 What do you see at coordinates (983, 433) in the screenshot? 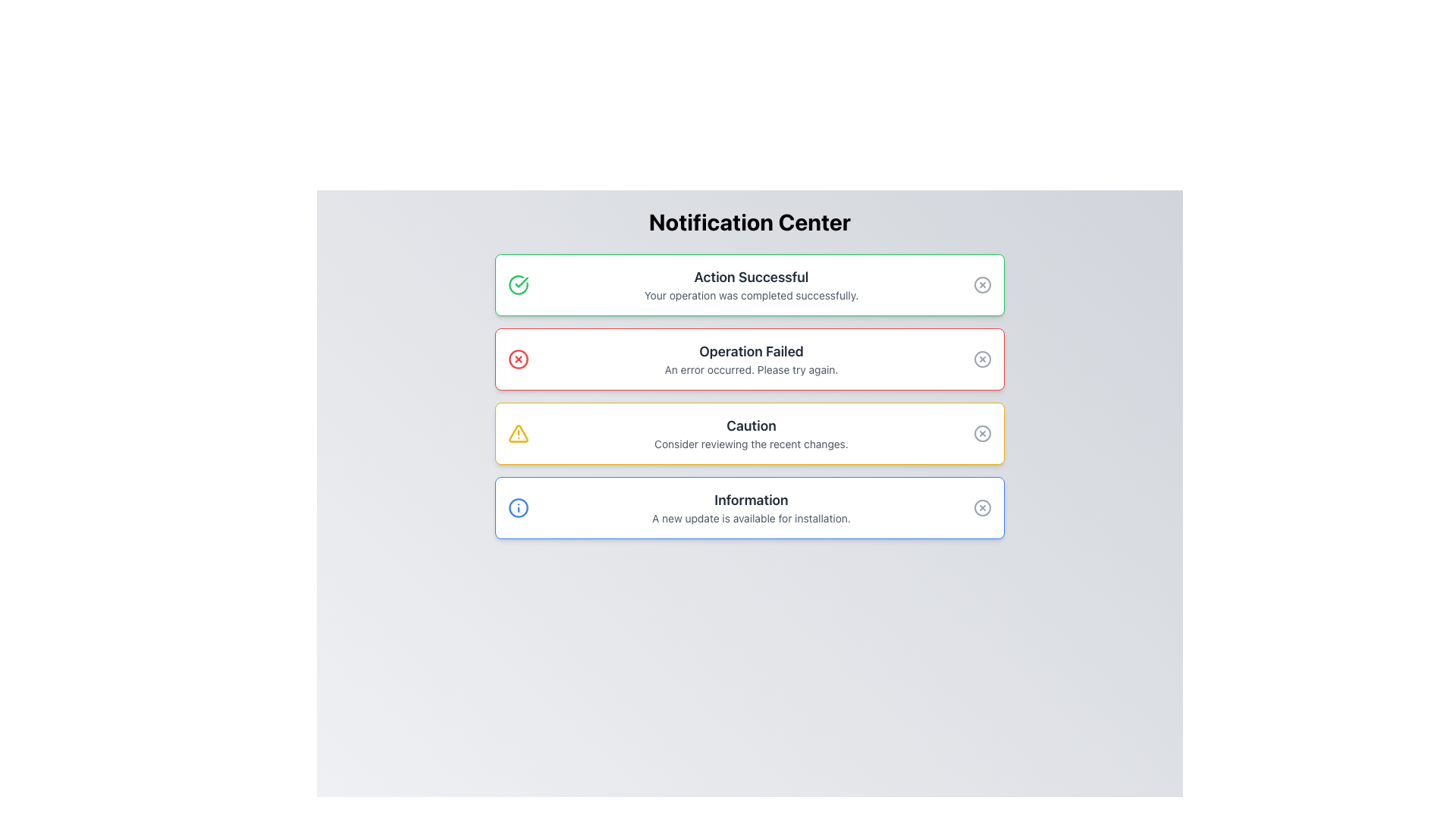
I see `the circular button with a cross inside, located on the far-right side of the notification panel, to change its color` at bounding box center [983, 433].